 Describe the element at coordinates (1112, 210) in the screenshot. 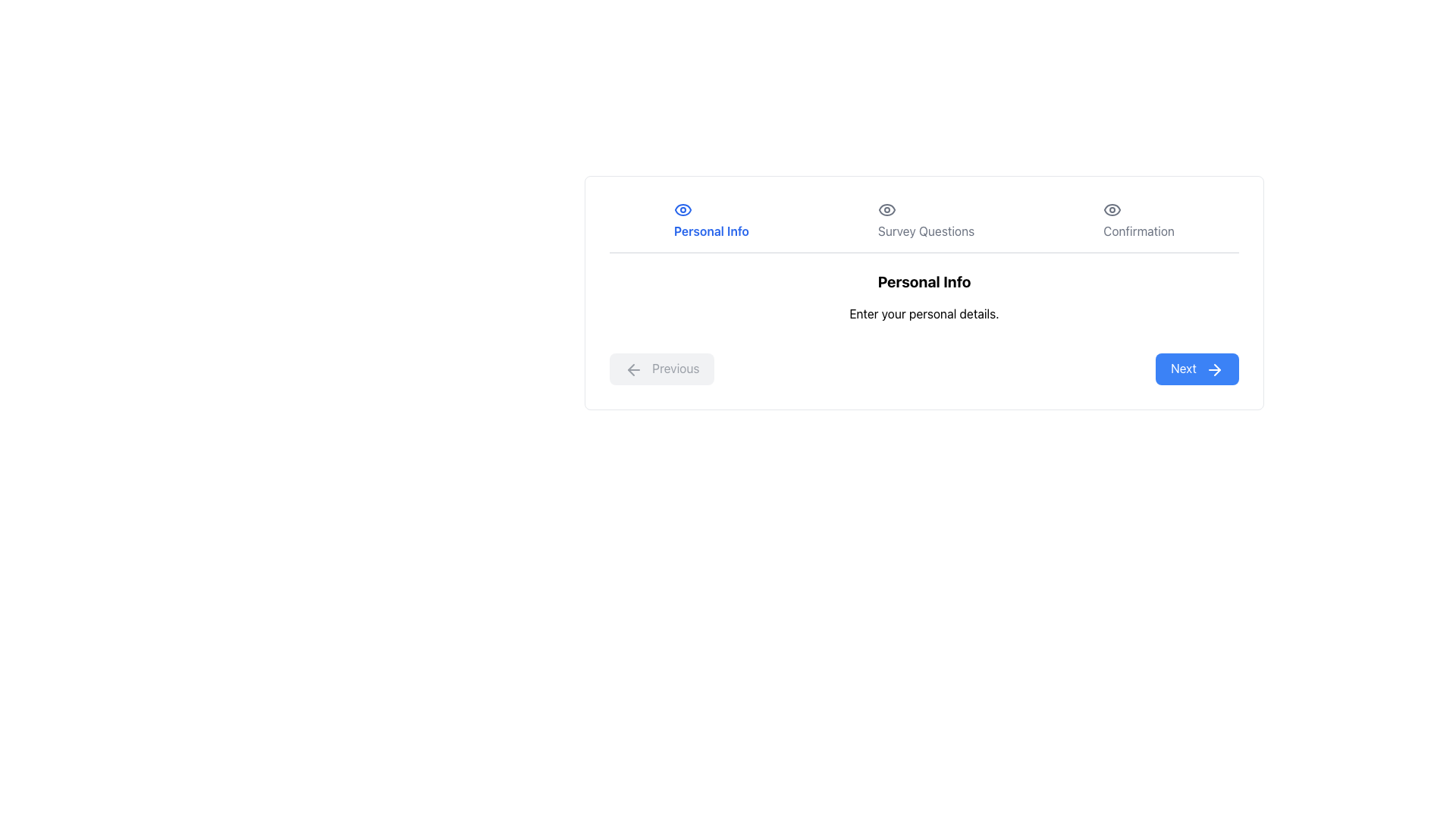

I see `the 'Confirmation' icon, which serves as a visual indicator in the multi-step process navigation section at the top of the layout` at that location.